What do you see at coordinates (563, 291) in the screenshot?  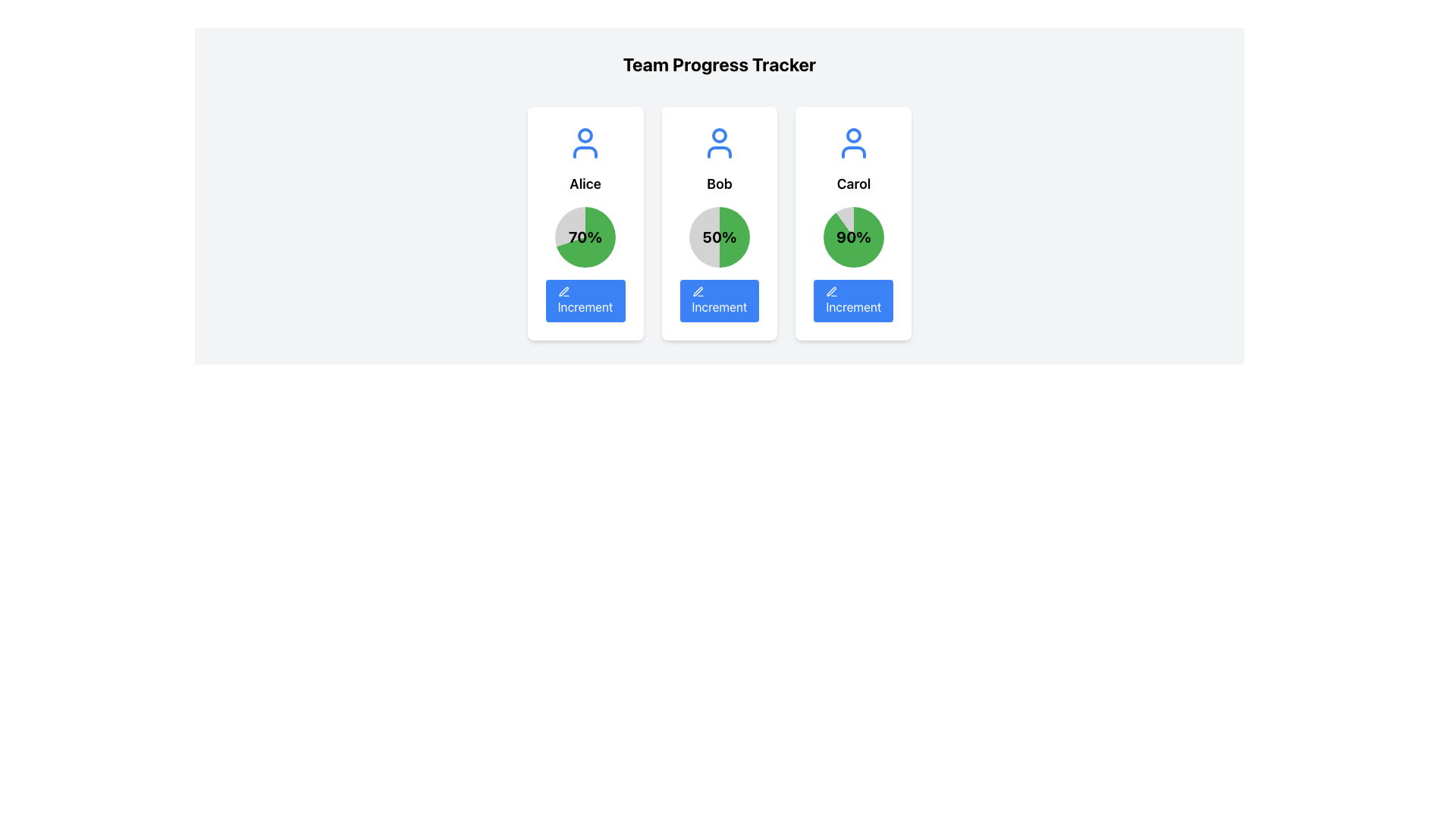 I see `the pen-shaped icon representing an edit action located in the leftmost card labeled 'Alice', below the circular progress indicator and beside the 'Increment' button` at bounding box center [563, 291].